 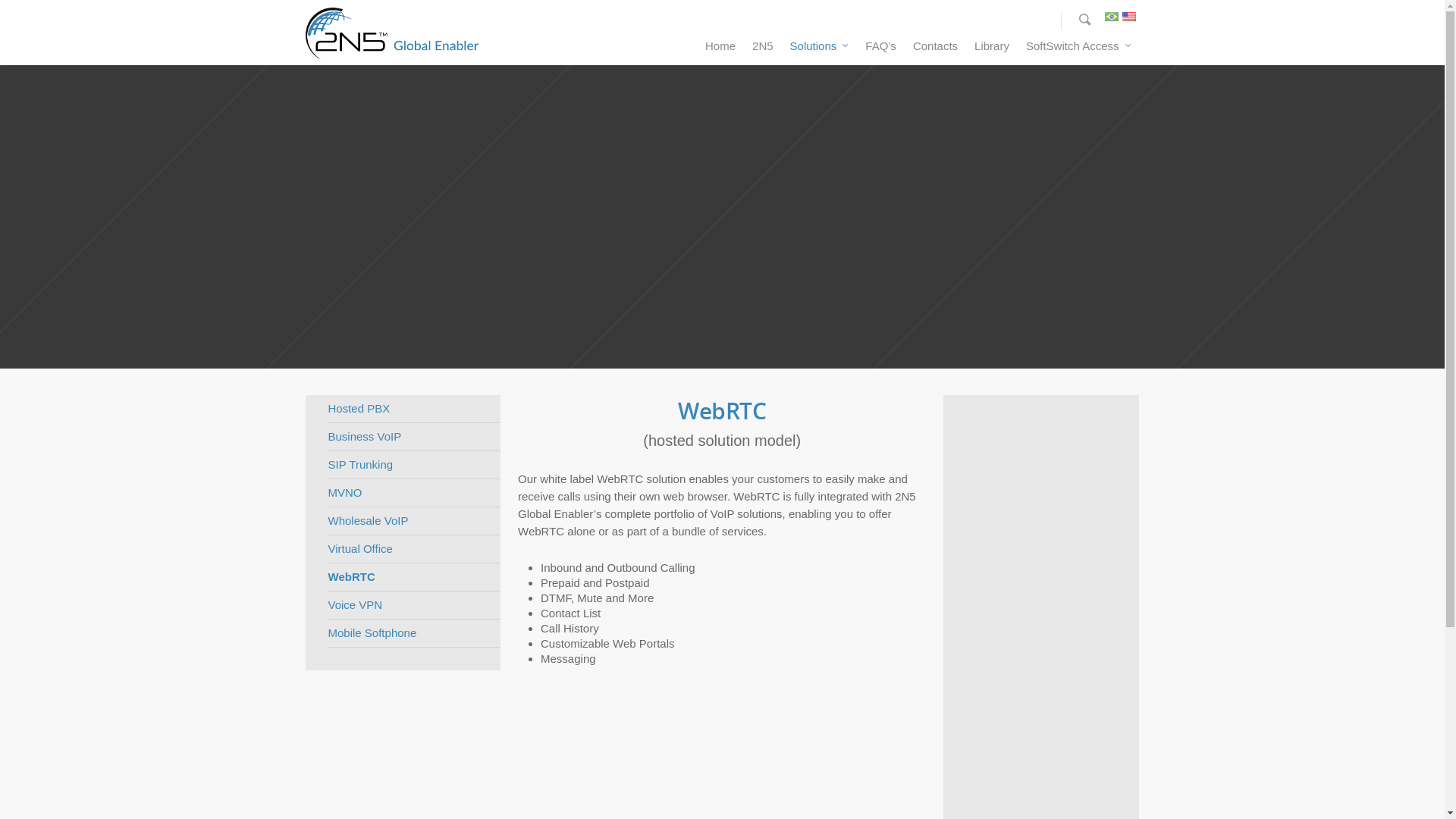 What do you see at coordinates (413, 577) in the screenshot?
I see `'WebRTC'` at bounding box center [413, 577].